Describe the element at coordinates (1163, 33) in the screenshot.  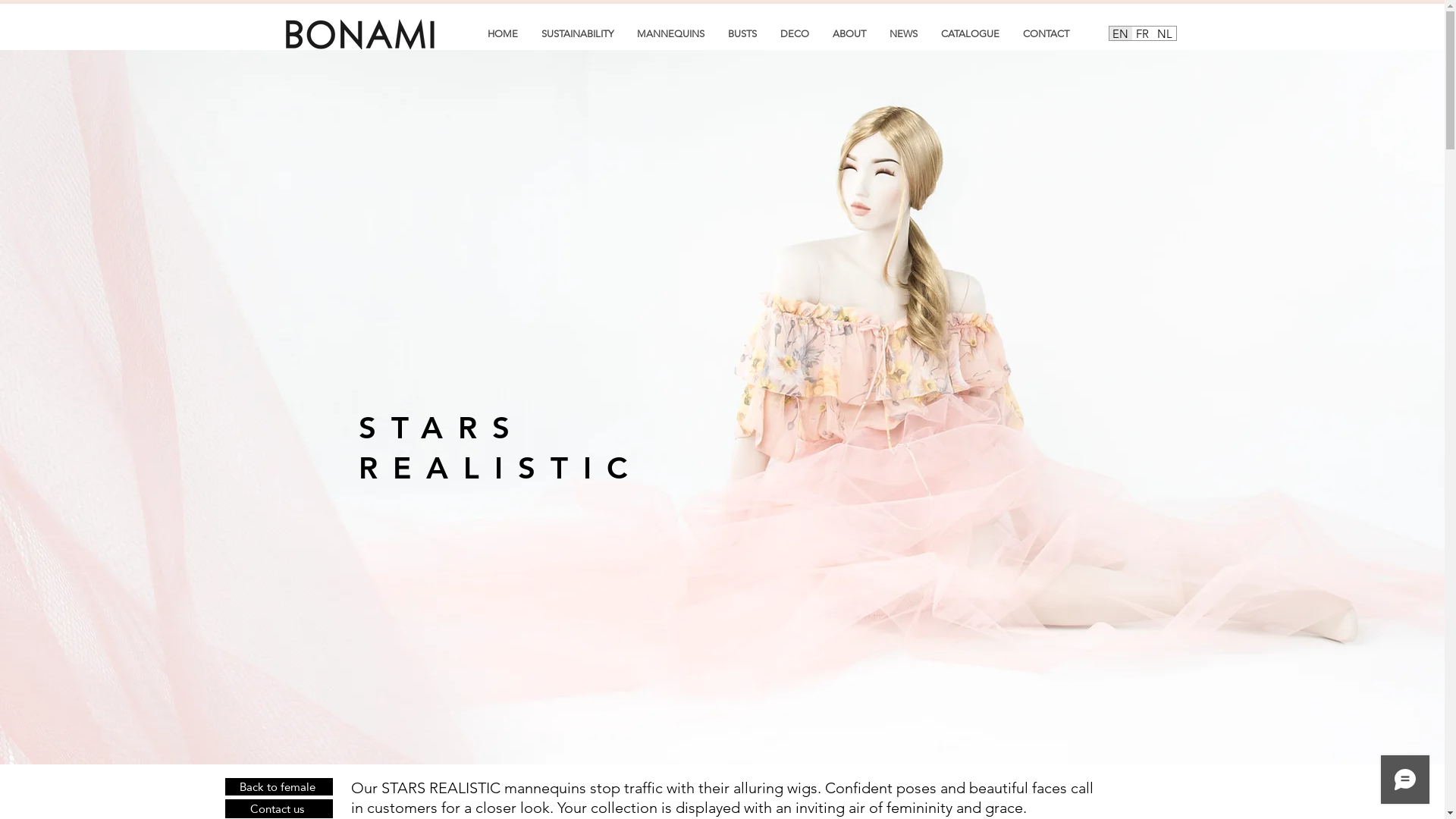
I see `'NL'` at that location.